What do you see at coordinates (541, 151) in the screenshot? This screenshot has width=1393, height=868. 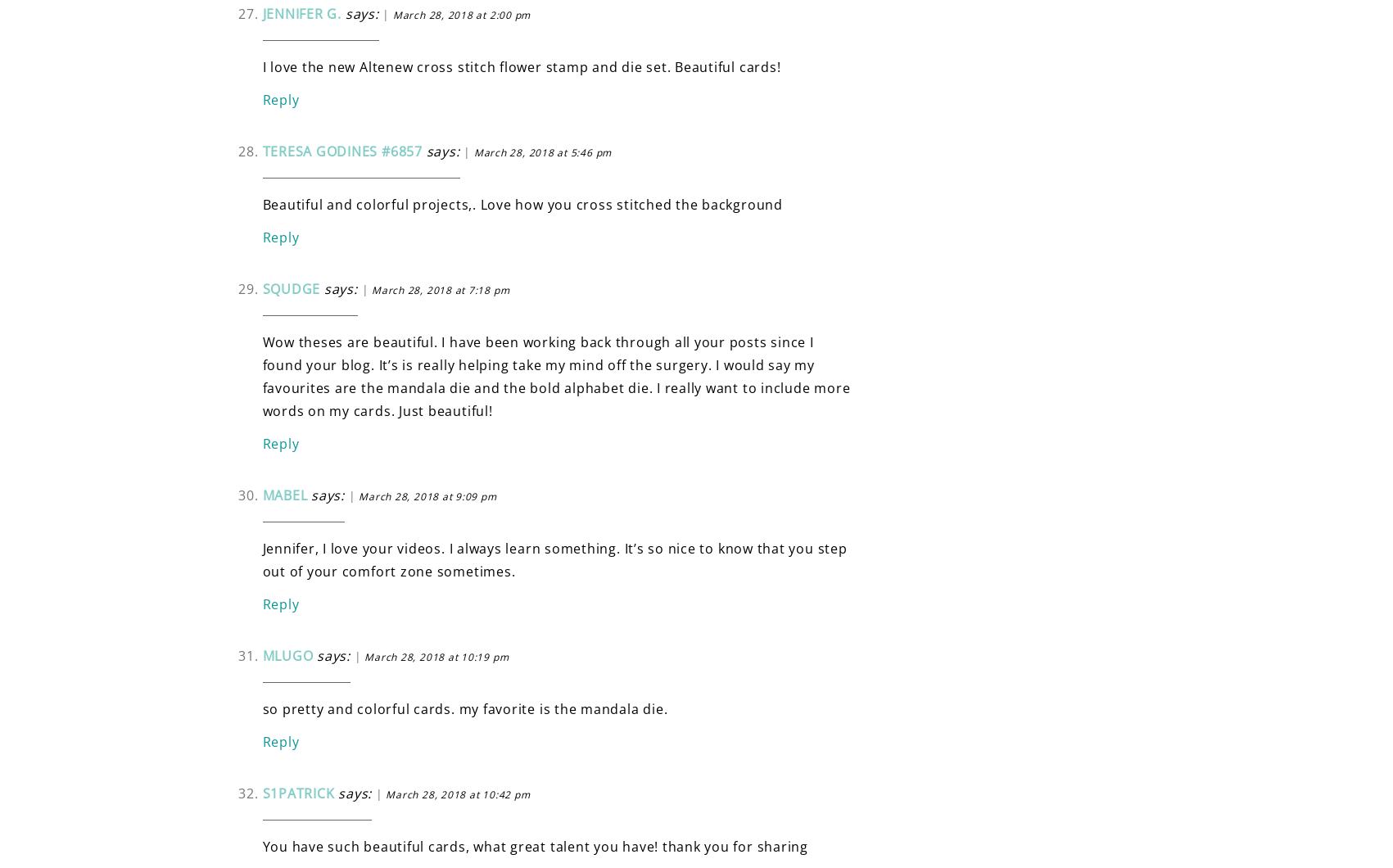 I see `'March 28, 2018 at 5:46 pm'` at bounding box center [541, 151].